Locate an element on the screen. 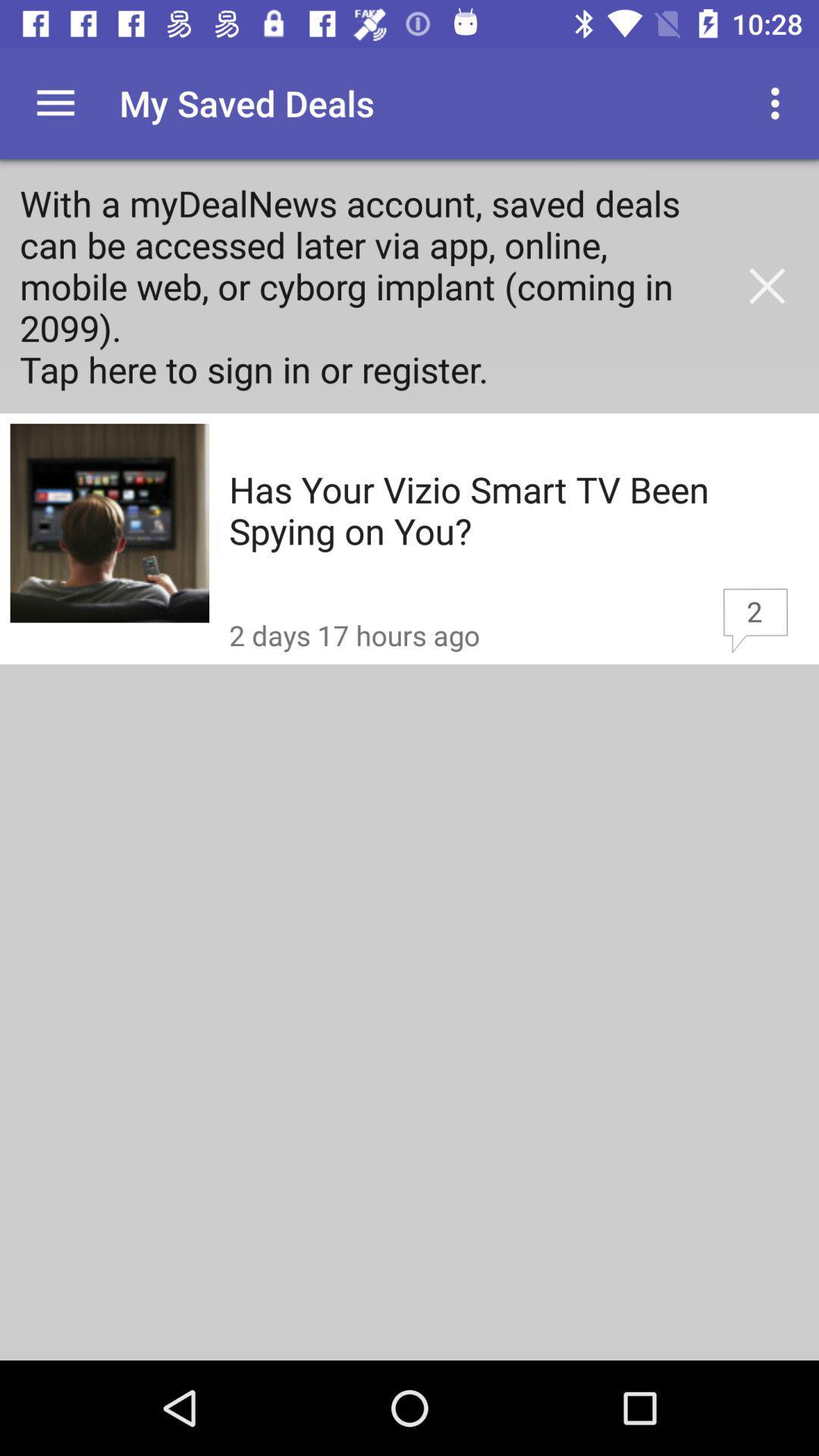 This screenshot has width=819, height=1456. the close icon is located at coordinates (767, 286).